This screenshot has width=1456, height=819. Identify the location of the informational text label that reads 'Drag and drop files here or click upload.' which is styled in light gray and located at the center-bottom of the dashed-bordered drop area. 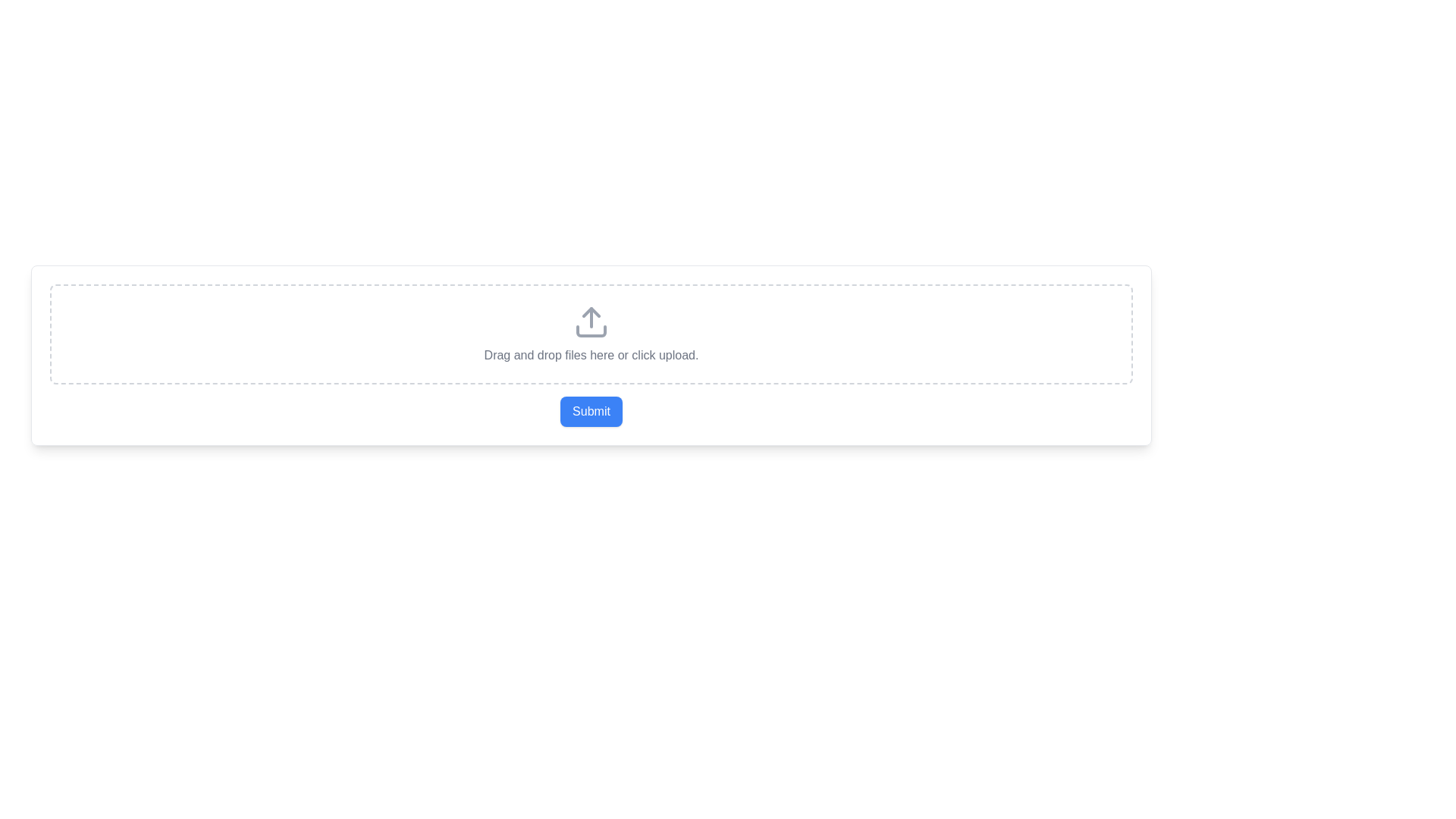
(590, 356).